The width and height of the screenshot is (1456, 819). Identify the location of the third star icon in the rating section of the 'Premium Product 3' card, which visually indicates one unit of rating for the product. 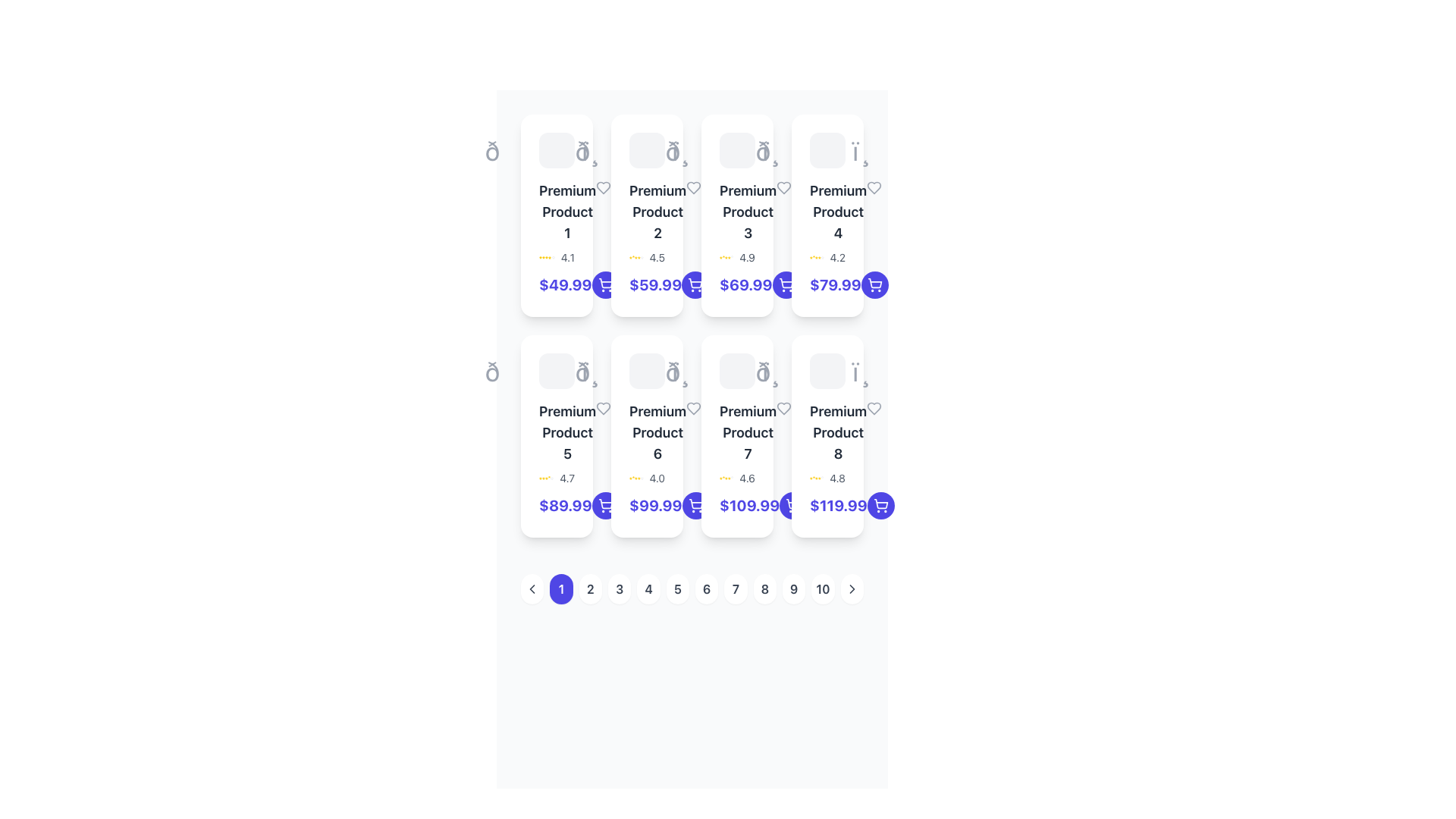
(729, 256).